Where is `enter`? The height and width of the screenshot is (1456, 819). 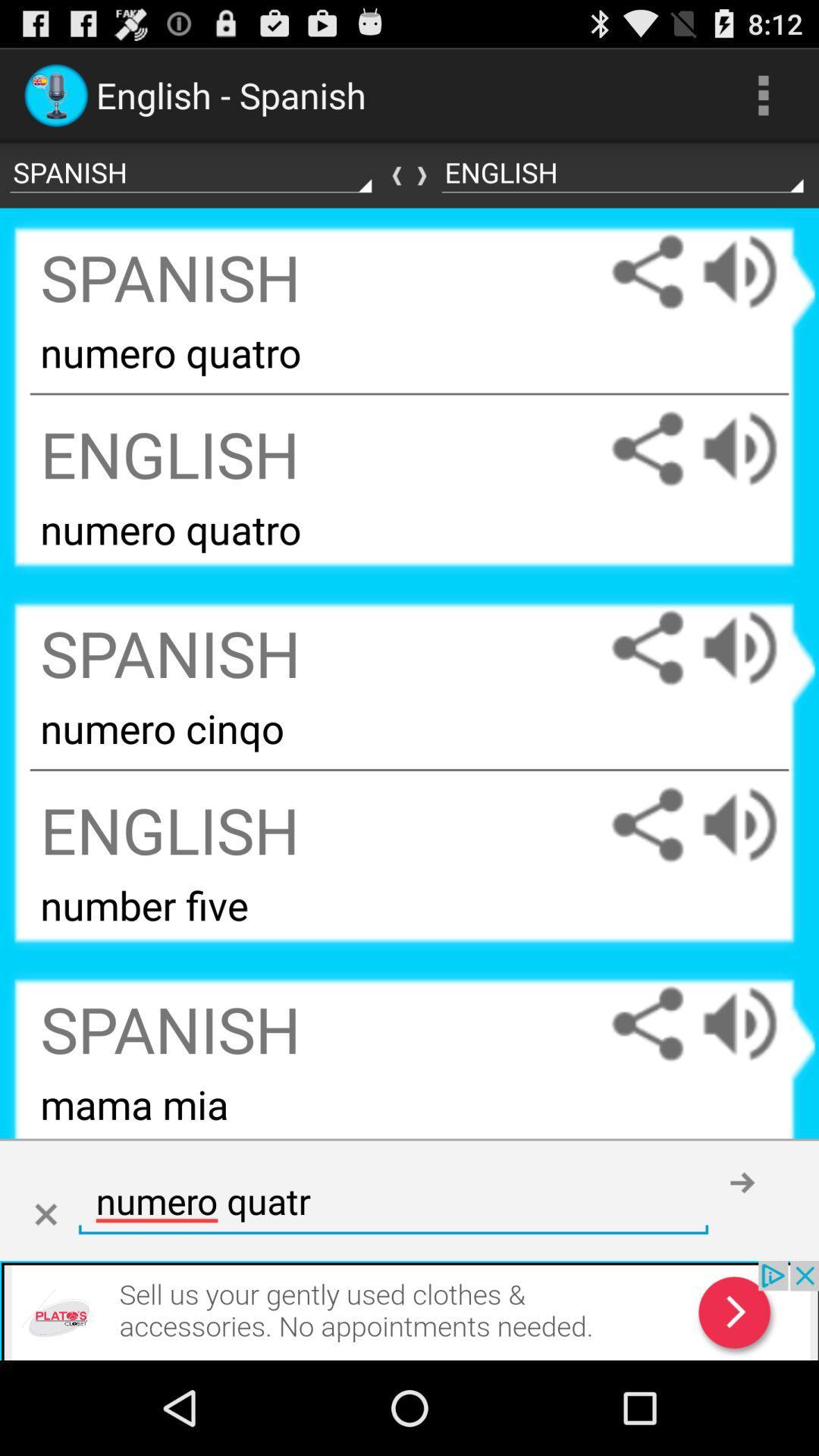 enter is located at coordinates (742, 1181).